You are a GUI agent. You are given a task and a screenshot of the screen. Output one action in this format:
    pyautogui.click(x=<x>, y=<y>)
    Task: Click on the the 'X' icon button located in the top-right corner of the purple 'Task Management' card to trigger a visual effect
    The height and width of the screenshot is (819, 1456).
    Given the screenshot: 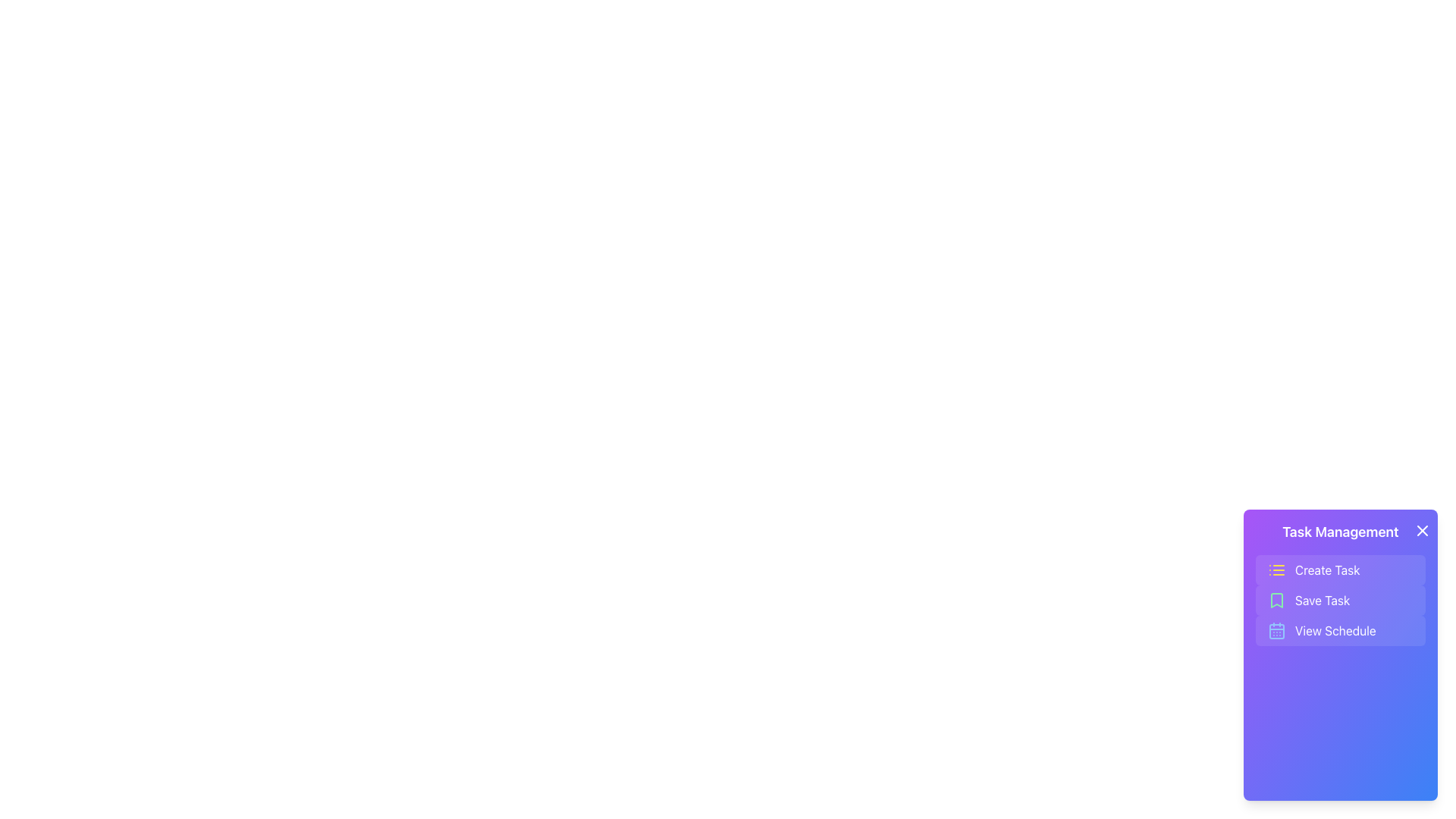 What is the action you would take?
    pyautogui.click(x=1422, y=529)
    